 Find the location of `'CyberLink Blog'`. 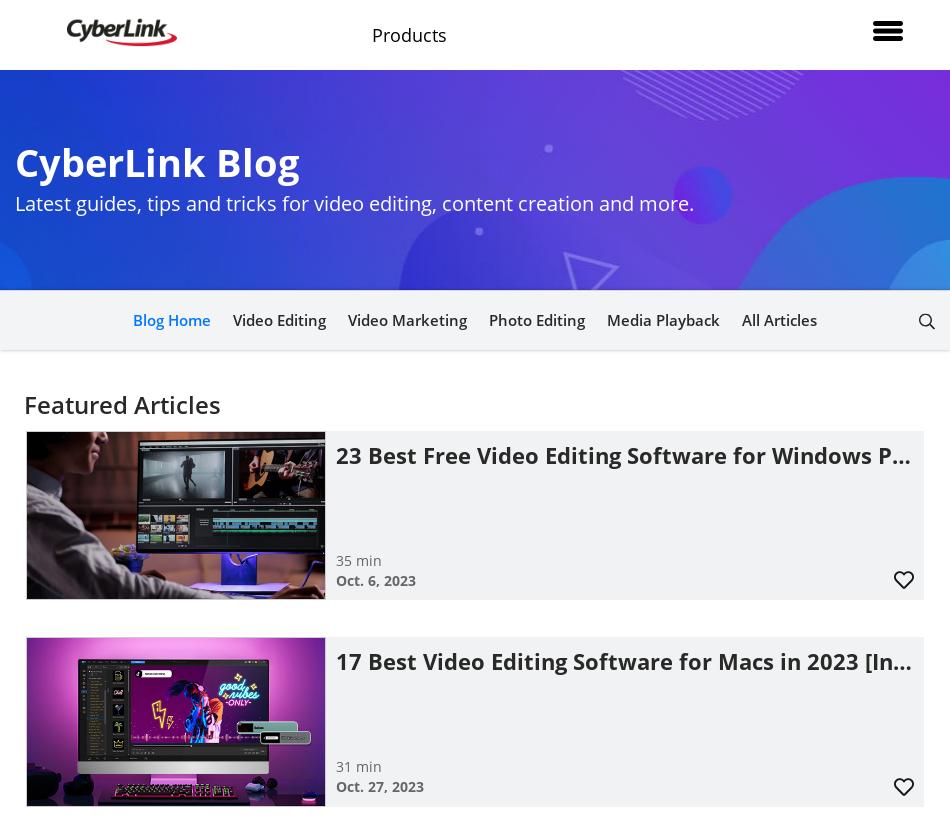

'CyberLink Blog' is located at coordinates (157, 162).